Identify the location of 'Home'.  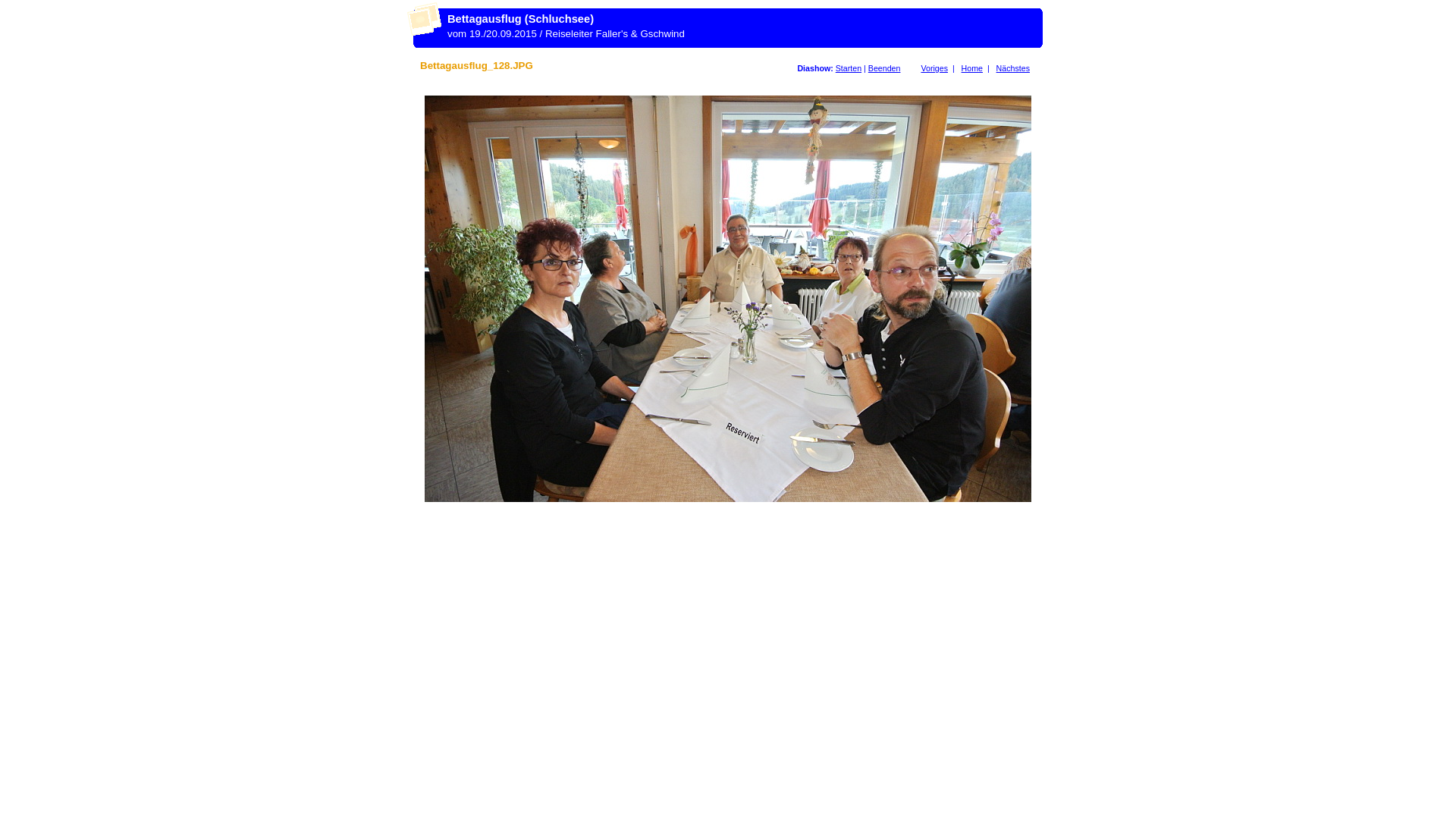
(971, 67).